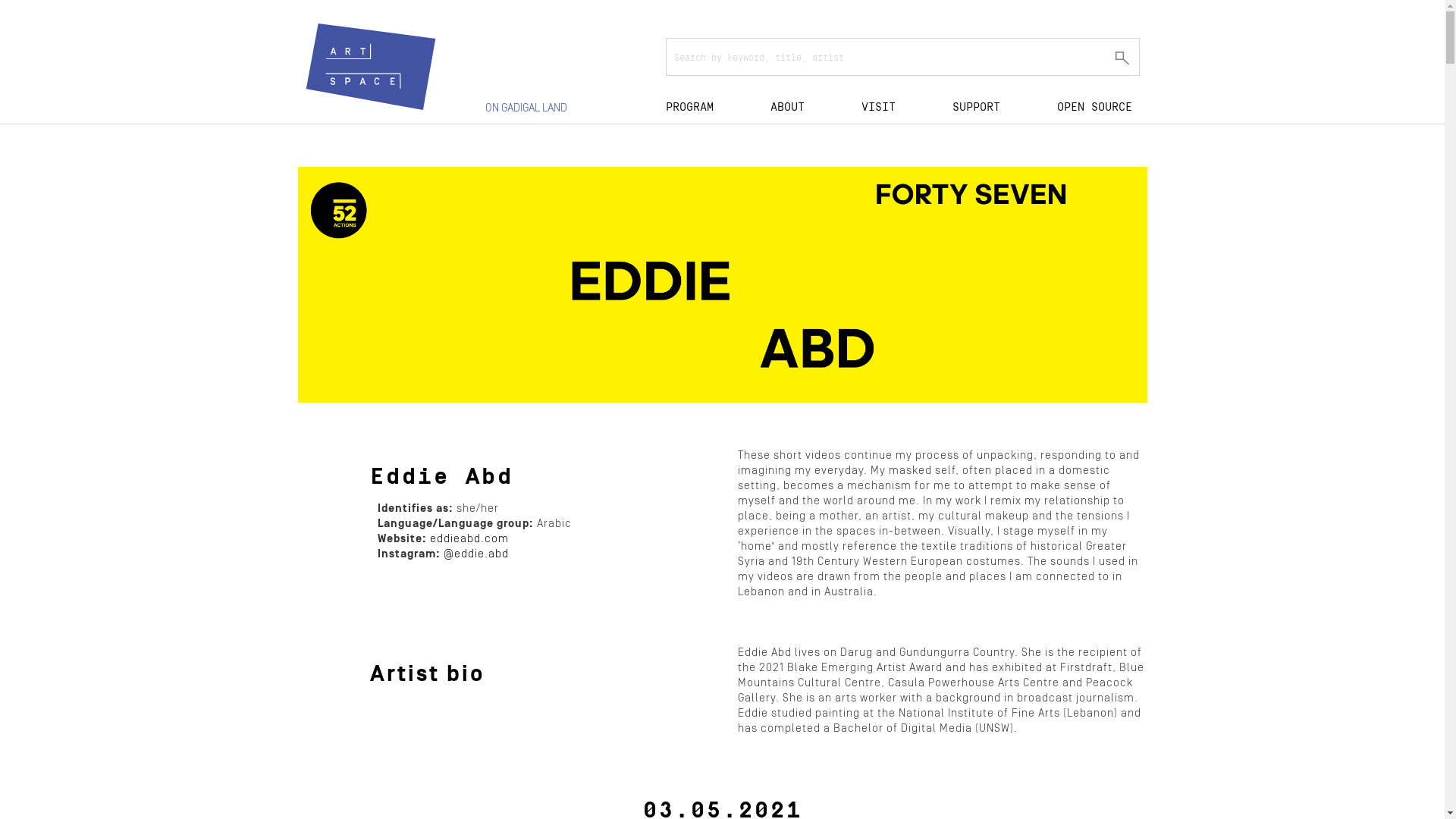  Describe the element at coordinates (976, 105) in the screenshot. I see `'SUPPORT'` at that location.